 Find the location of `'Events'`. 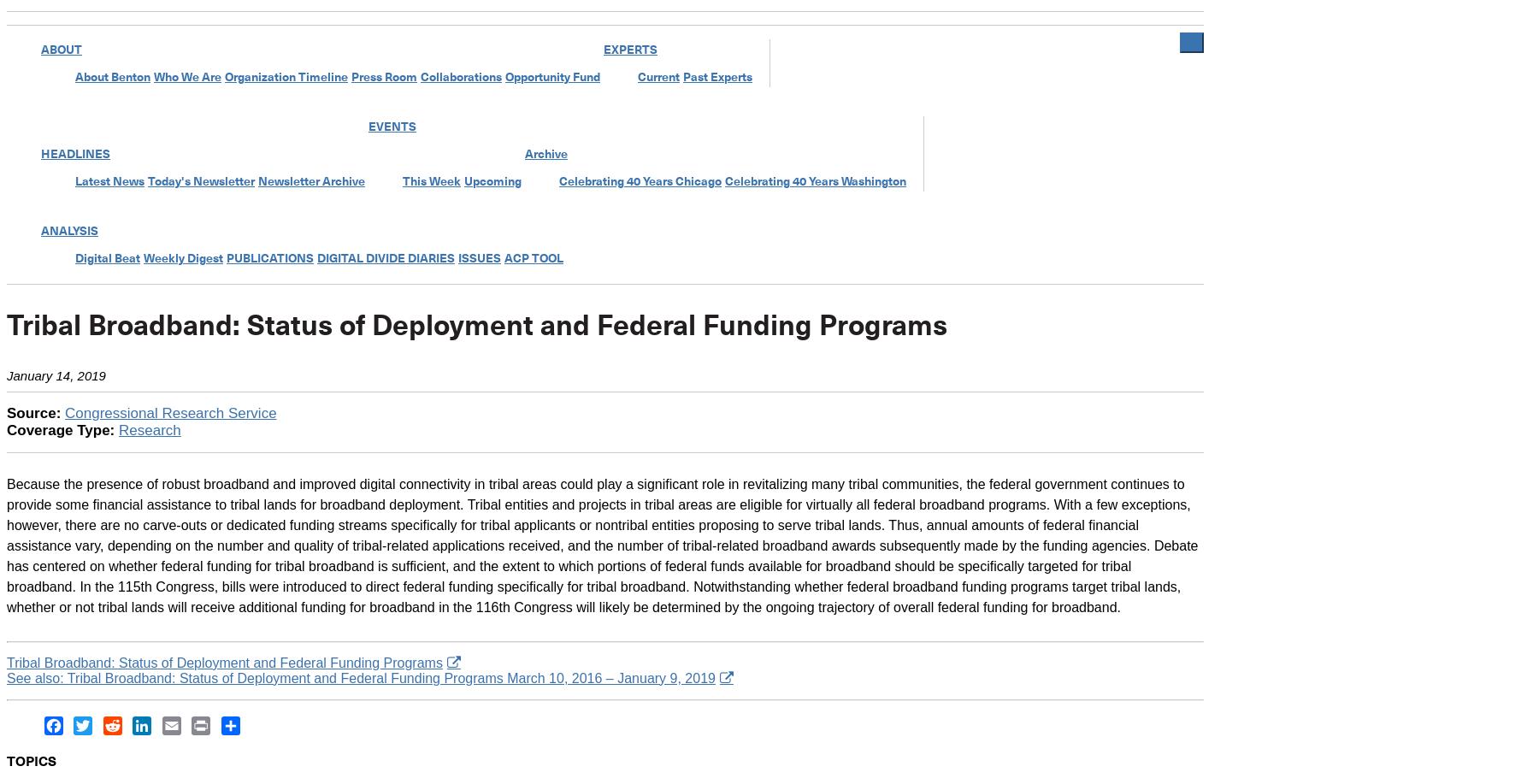

'Events' is located at coordinates (368, 127).